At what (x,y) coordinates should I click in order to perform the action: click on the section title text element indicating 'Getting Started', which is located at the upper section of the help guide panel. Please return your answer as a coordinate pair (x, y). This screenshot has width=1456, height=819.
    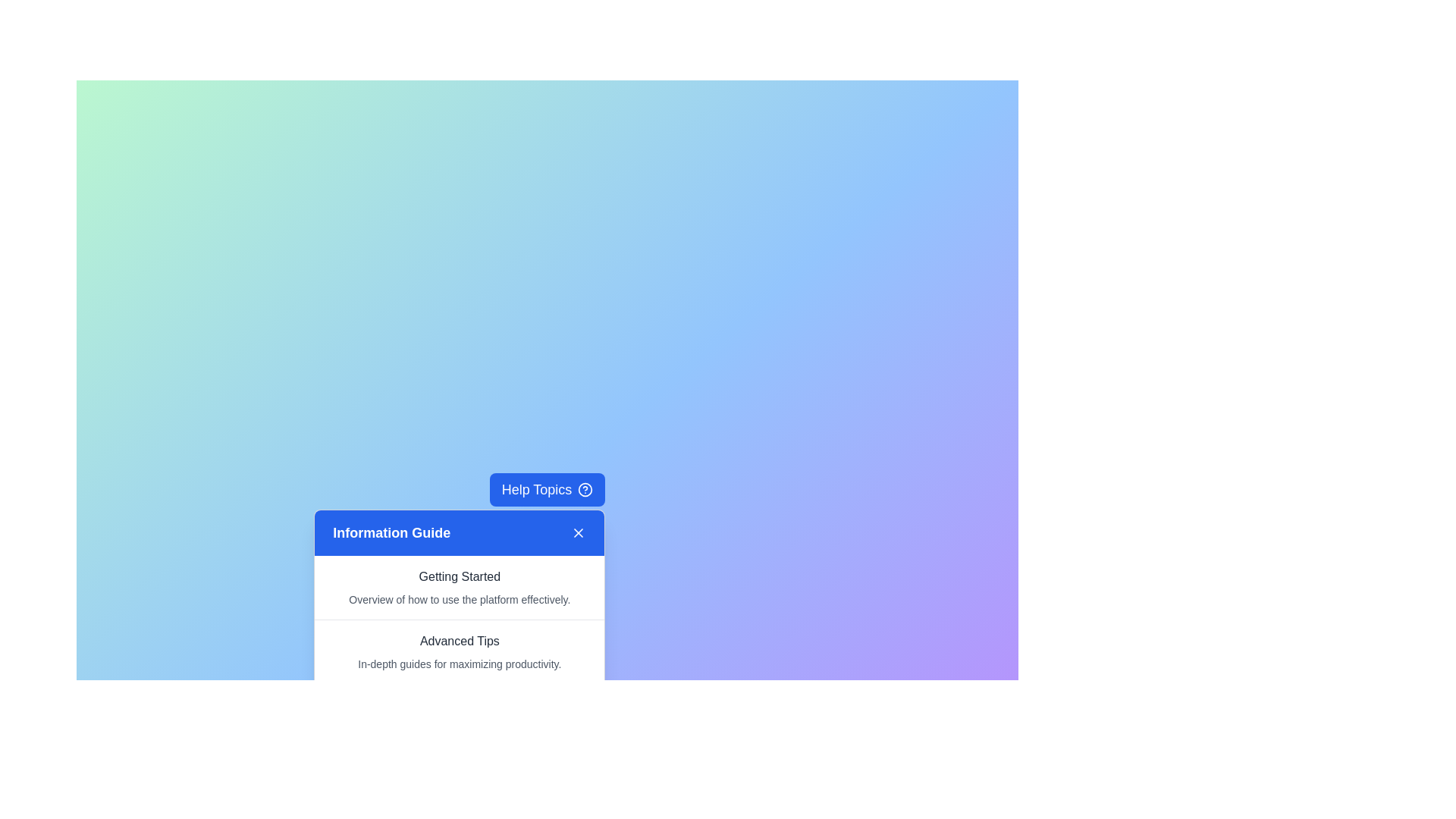
    Looking at the image, I should click on (459, 576).